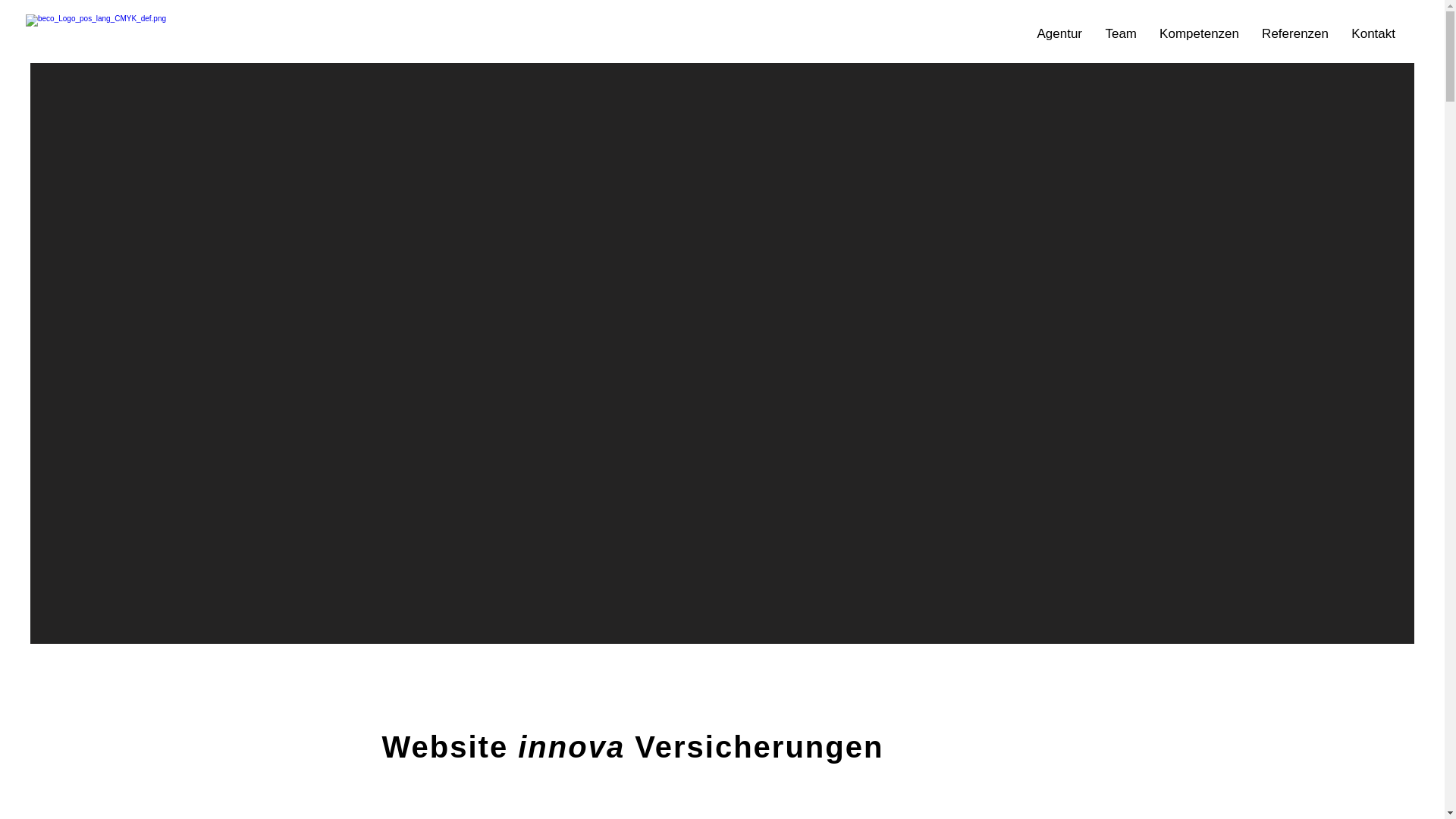 The image size is (1456, 819). Describe the element at coordinates (1250, 34) in the screenshot. I see `'Referenzen'` at that location.